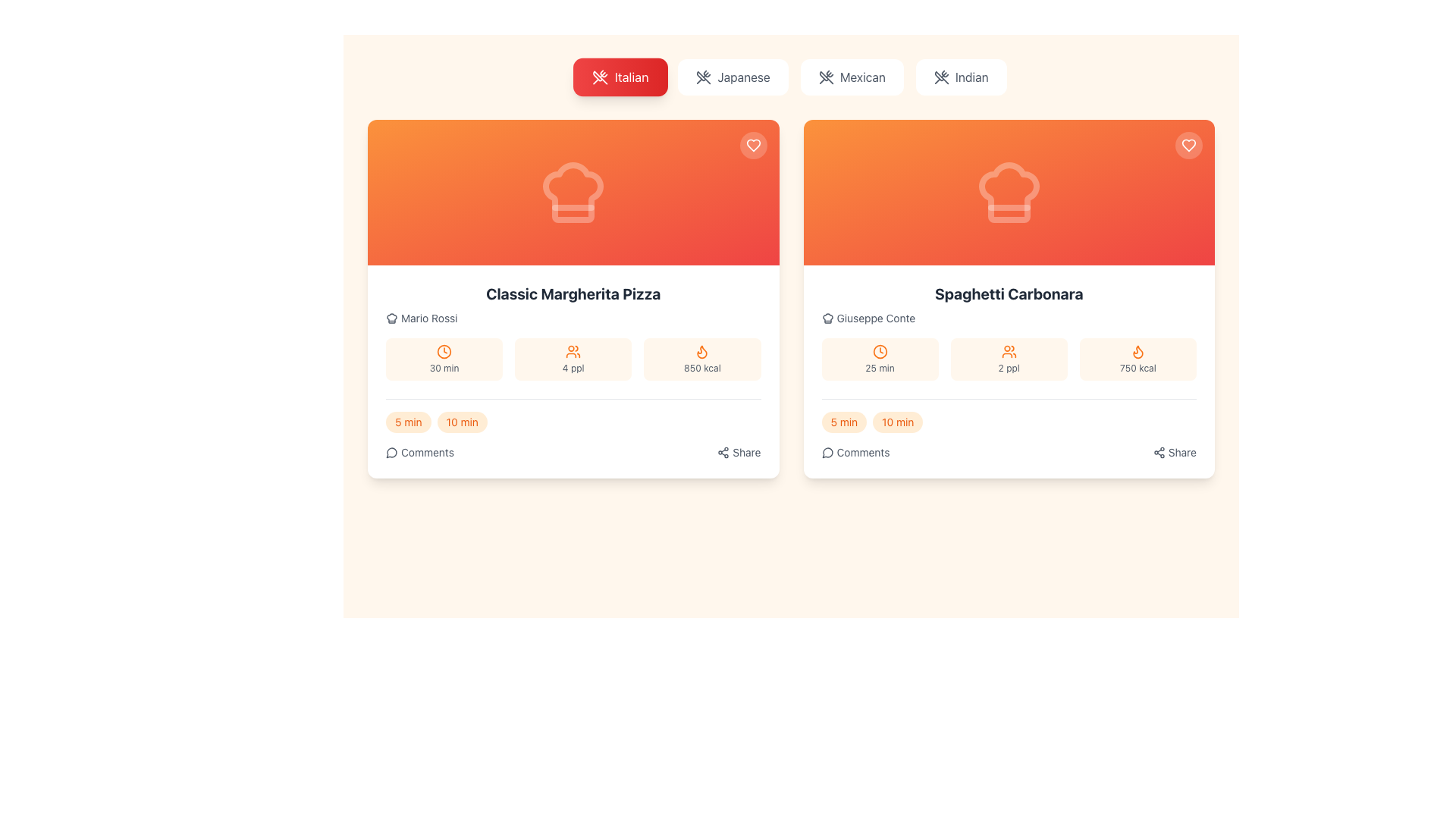 This screenshot has height=819, width=1456. What do you see at coordinates (444, 359) in the screenshot?
I see `the Information box that displays the estimated preparation or cooking time for the recipe of the 'Classic Margherita Pizza', which is the first of three boxes aligned in a row` at bounding box center [444, 359].